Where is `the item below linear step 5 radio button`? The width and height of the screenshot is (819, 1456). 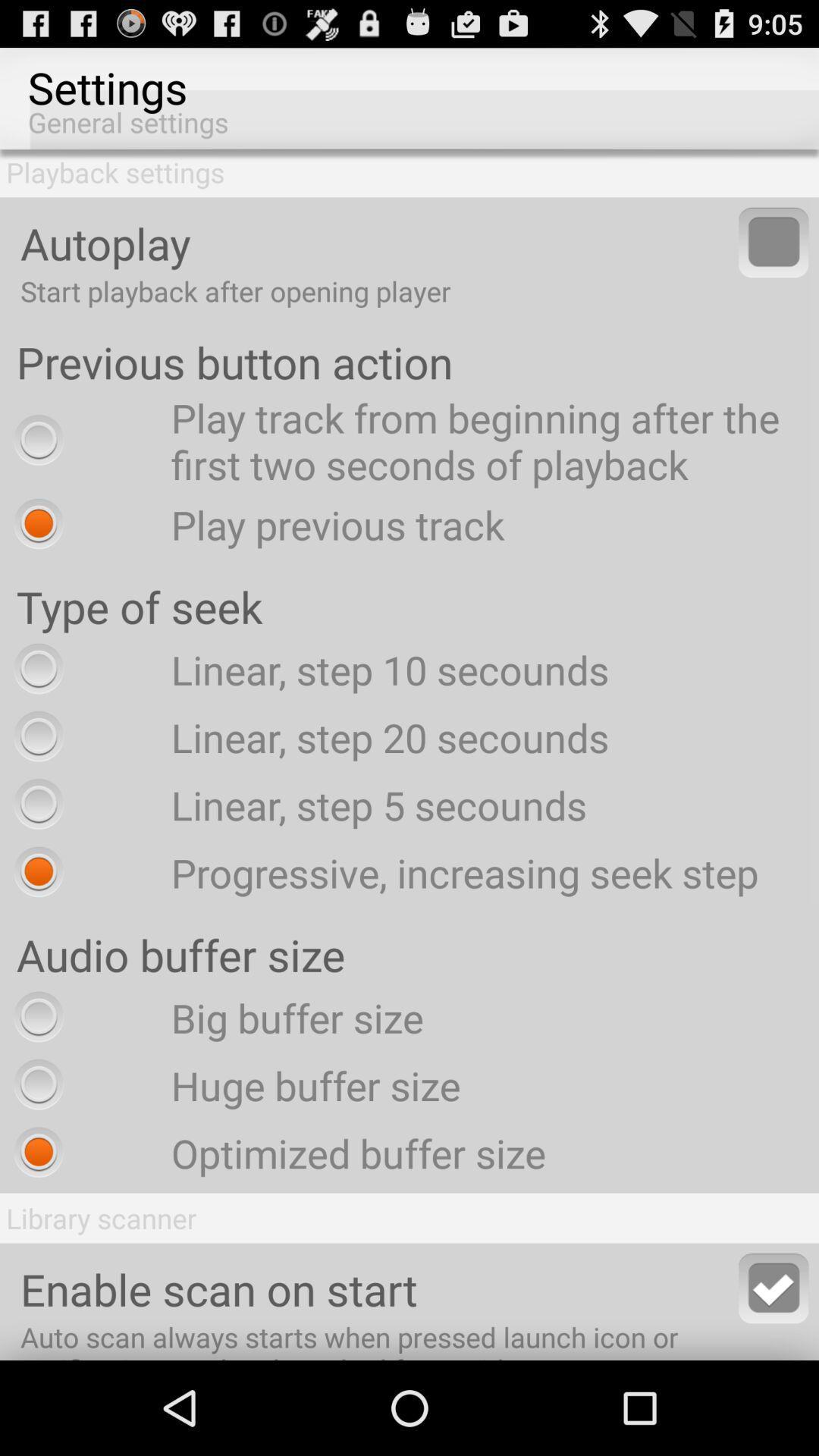
the item below linear step 5 radio button is located at coordinates (381, 872).